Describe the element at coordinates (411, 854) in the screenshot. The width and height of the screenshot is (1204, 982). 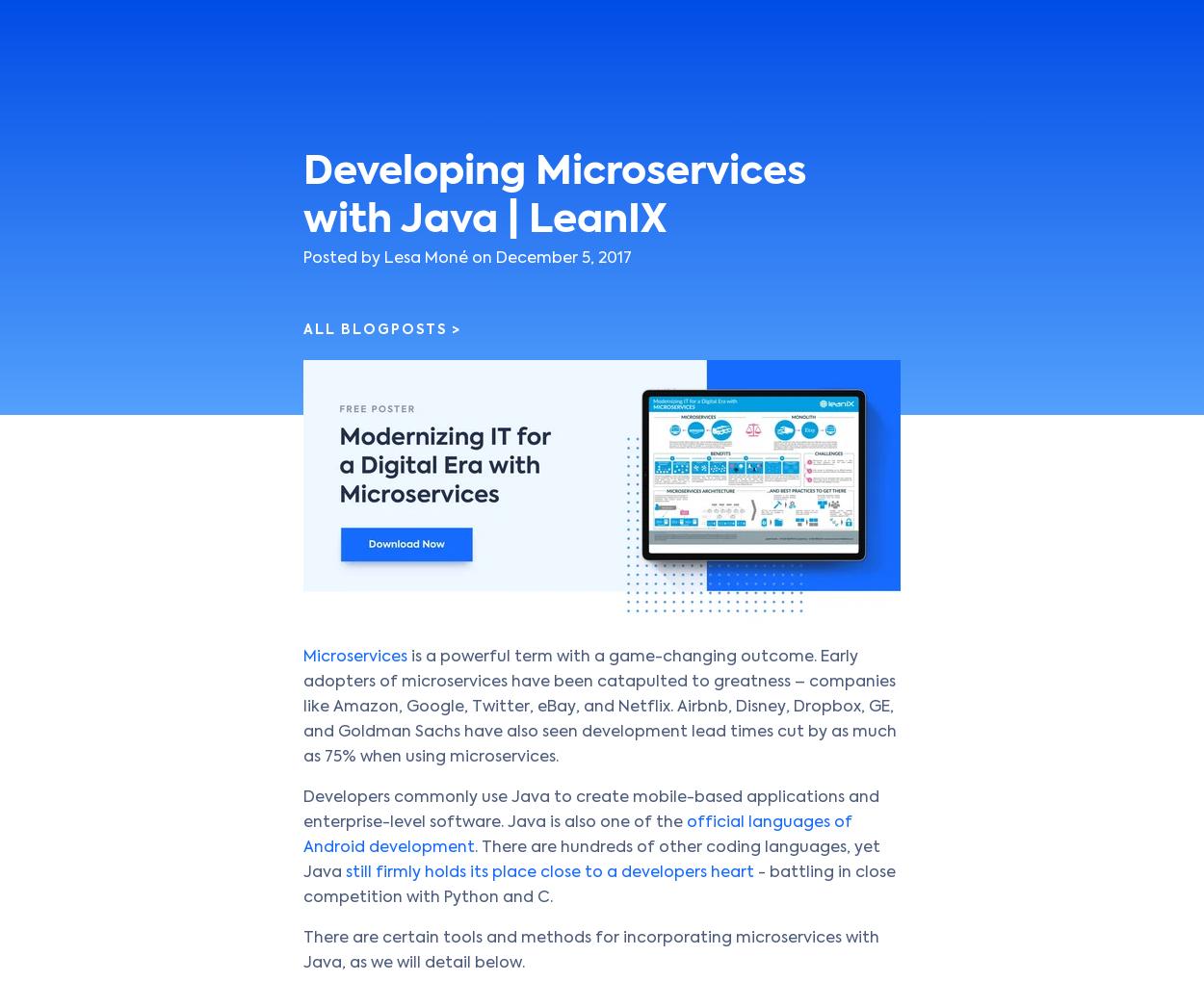
I see `'Cookie Consent'` at that location.